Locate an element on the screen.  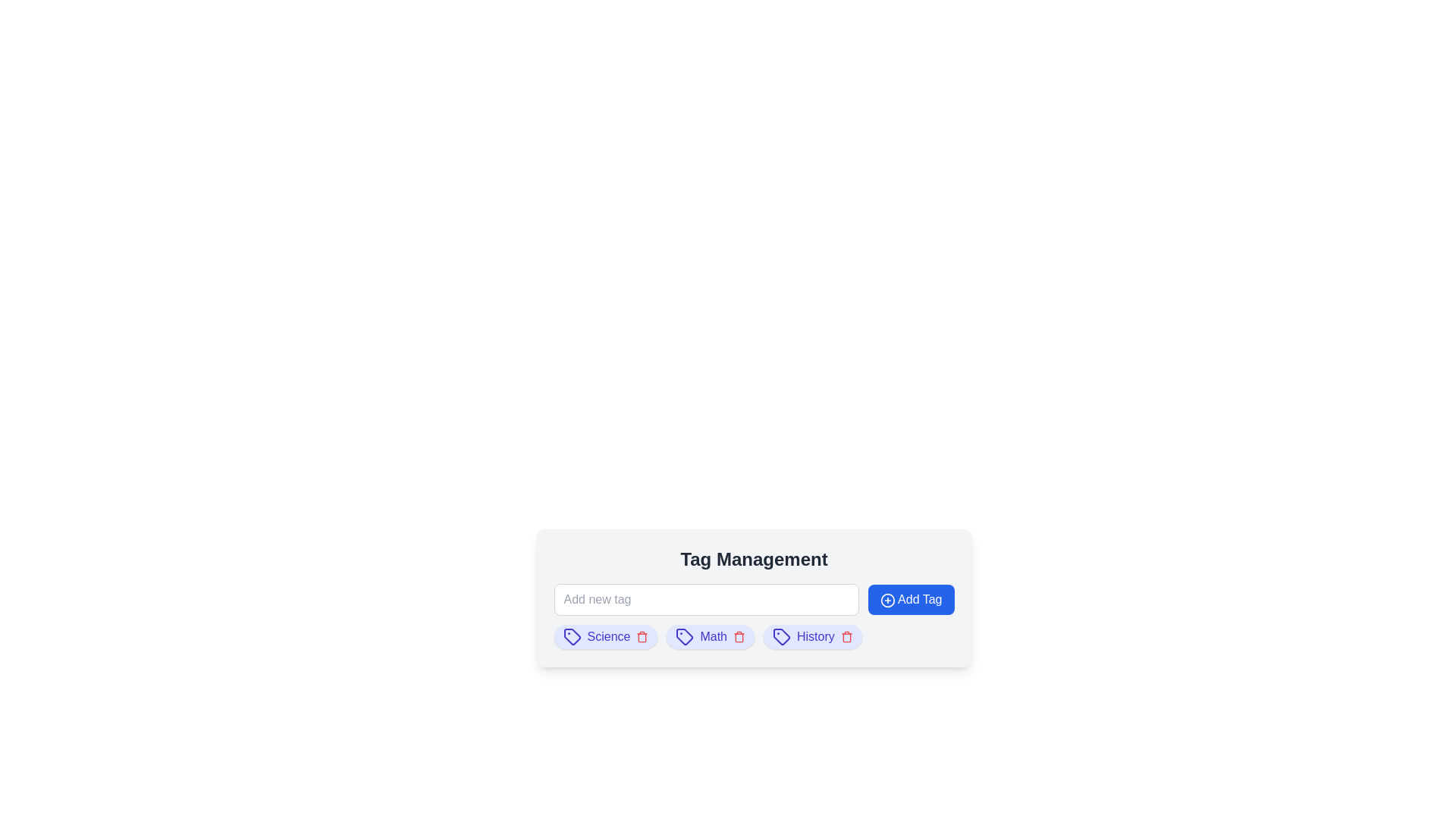
the blue outlined tag icon located to the left of the 'Math' text within the rounded rectangular label in the 'Tag Management' section is located at coordinates (684, 637).